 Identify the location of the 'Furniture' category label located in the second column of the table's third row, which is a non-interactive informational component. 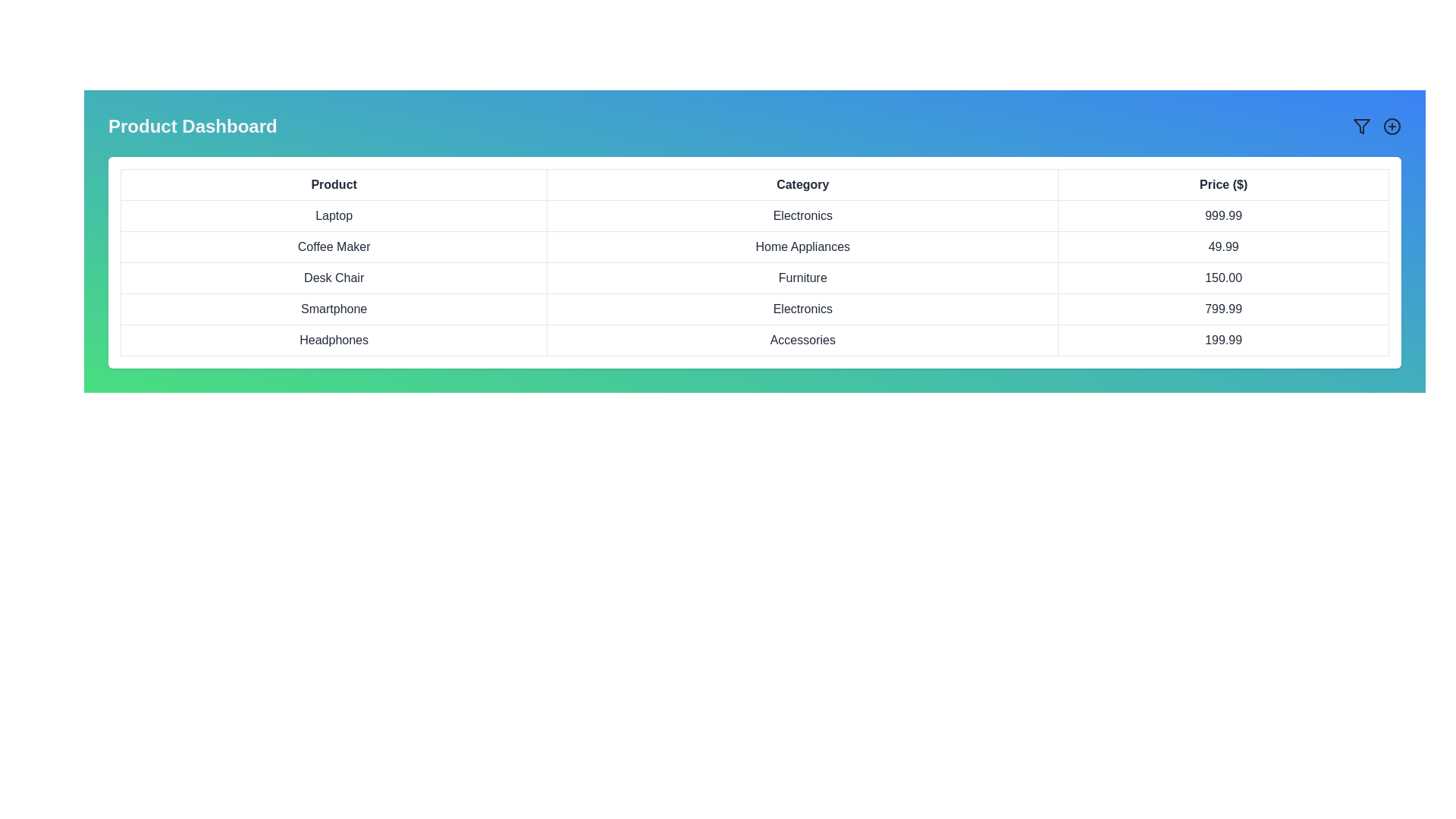
(802, 278).